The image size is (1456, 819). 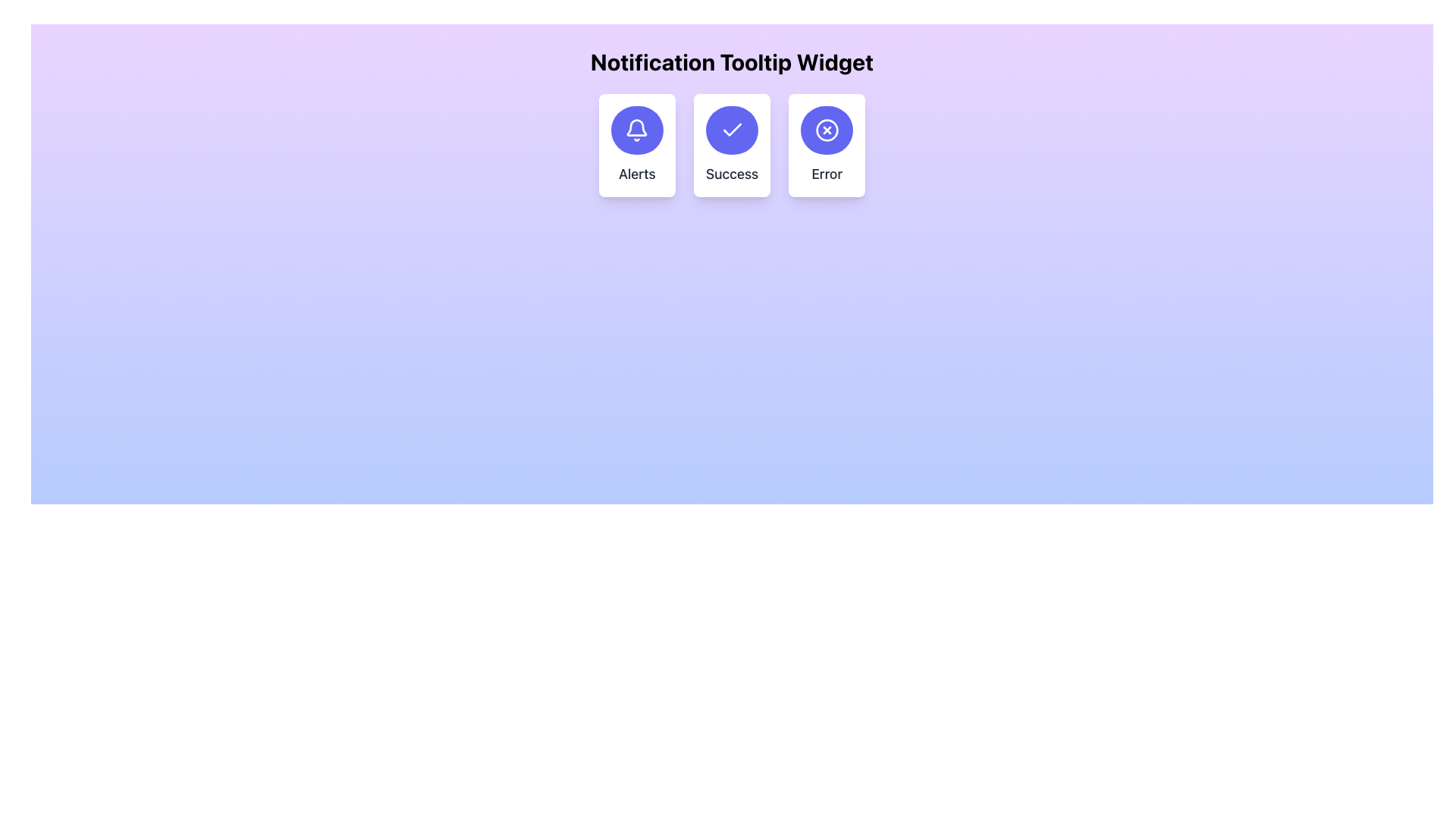 I want to click on the 'Success' Icon Button which is centrally located within the 'Success' card, featuring the text 'Success' below it, so click(x=732, y=130).